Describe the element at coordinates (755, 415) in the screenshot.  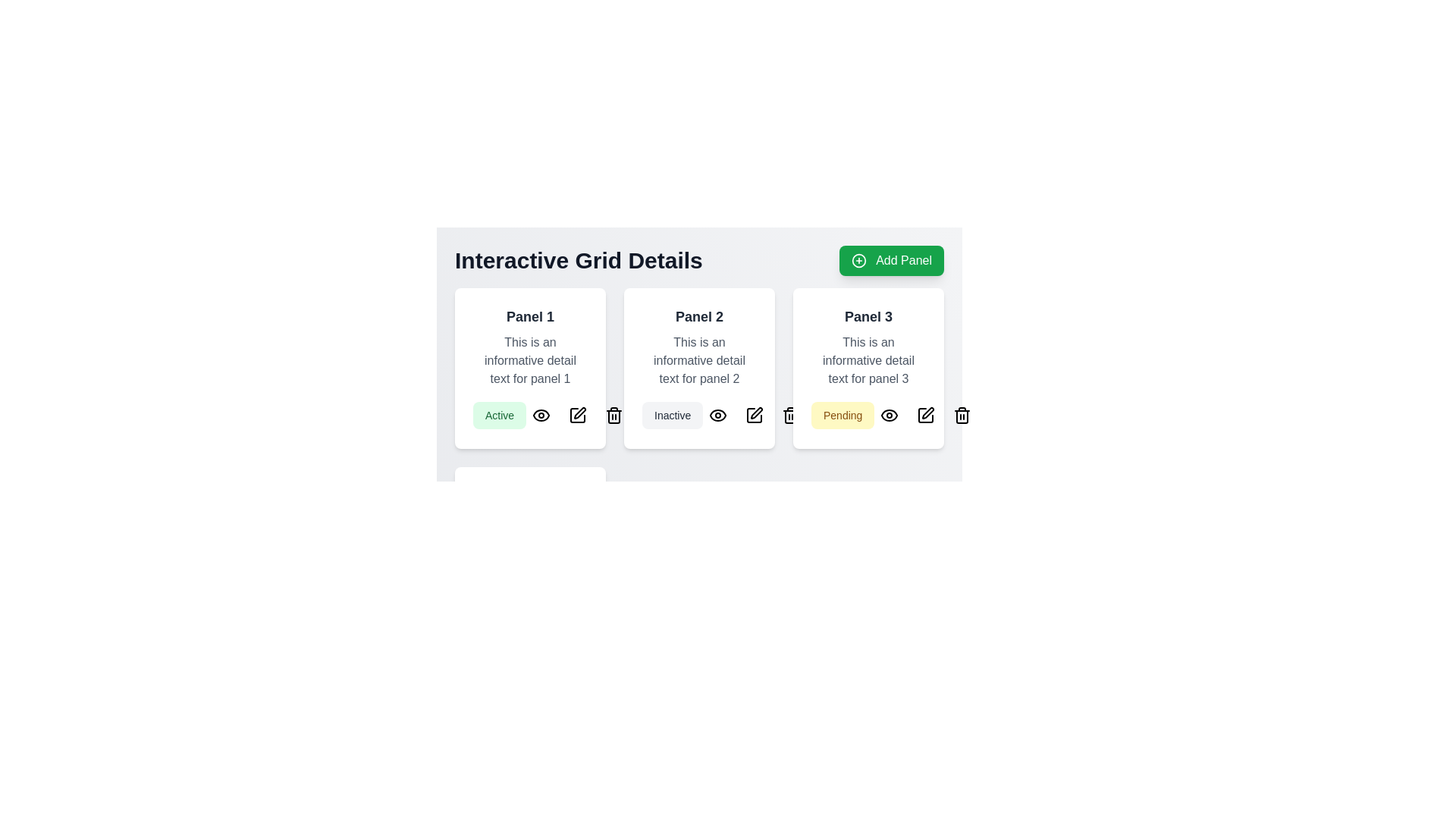
I see `the edit icon button located as the second icon from the right in the action button row of 'Panel 2' to initiate editing` at that location.